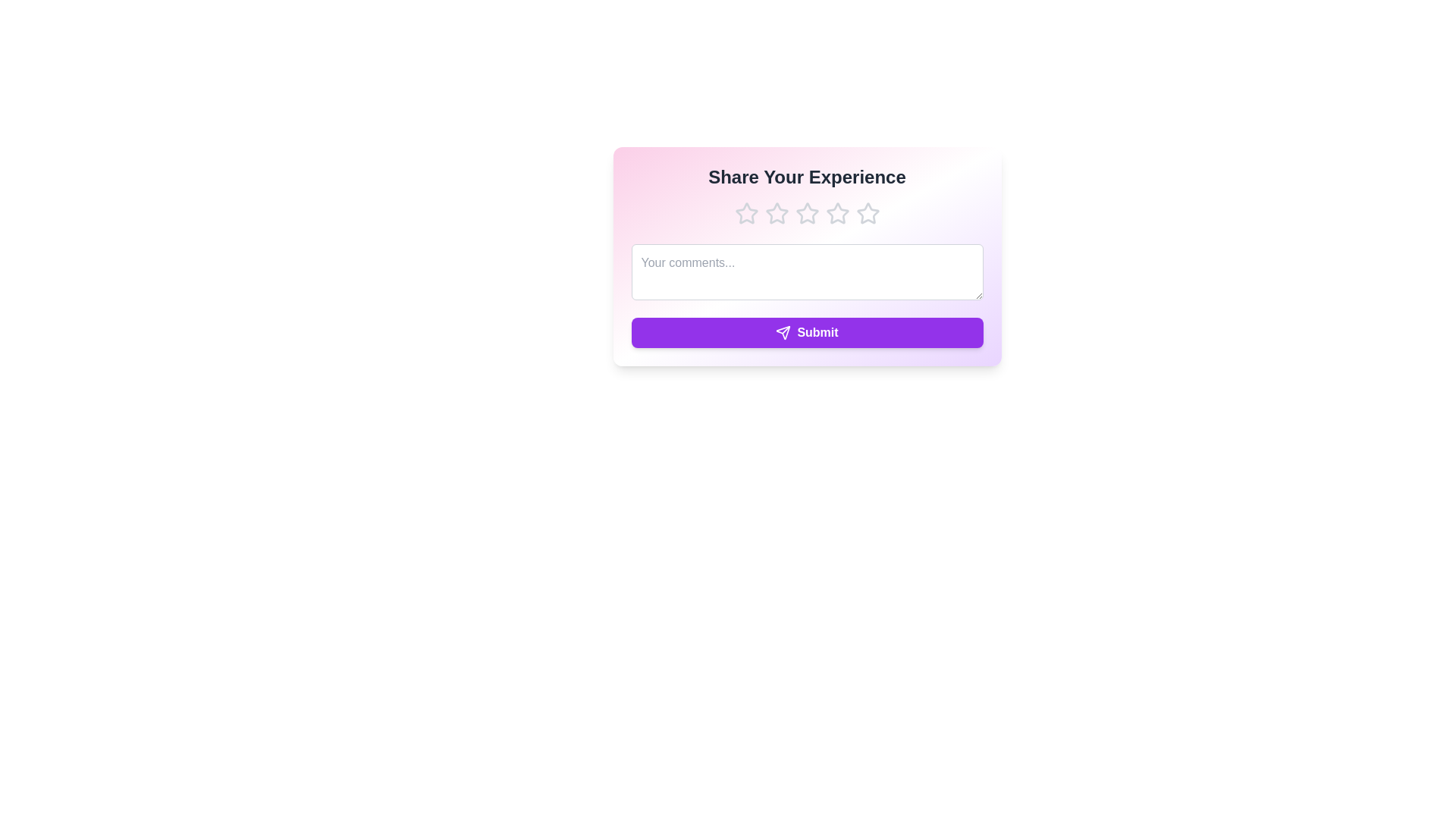 The width and height of the screenshot is (1456, 819). Describe the element at coordinates (806, 213) in the screenshot. I see `the second star icon in the rating system located in the 'Share Your Experience' section to indicate the second-highest rating level` at that location.